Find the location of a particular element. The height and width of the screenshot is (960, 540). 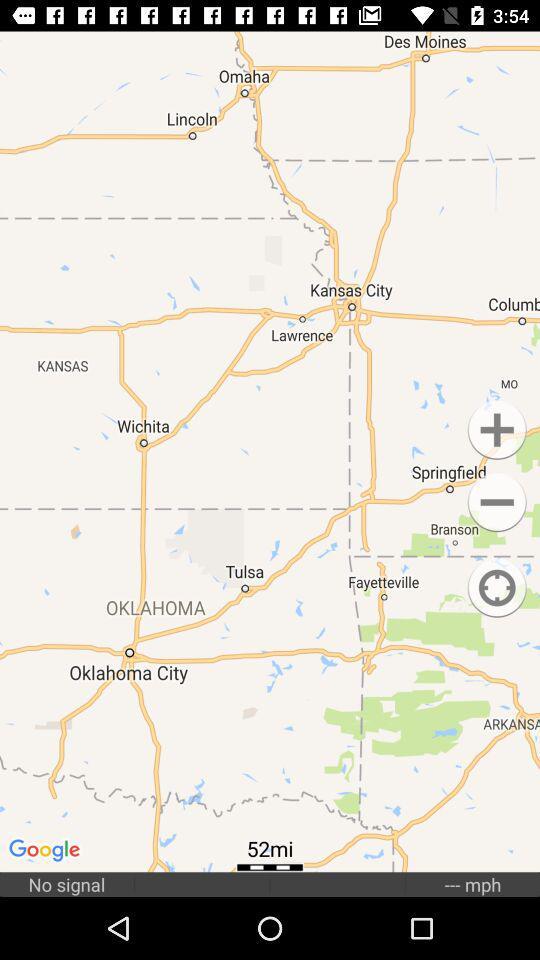

the zoom_out icon is located at coordinates (496, 501).